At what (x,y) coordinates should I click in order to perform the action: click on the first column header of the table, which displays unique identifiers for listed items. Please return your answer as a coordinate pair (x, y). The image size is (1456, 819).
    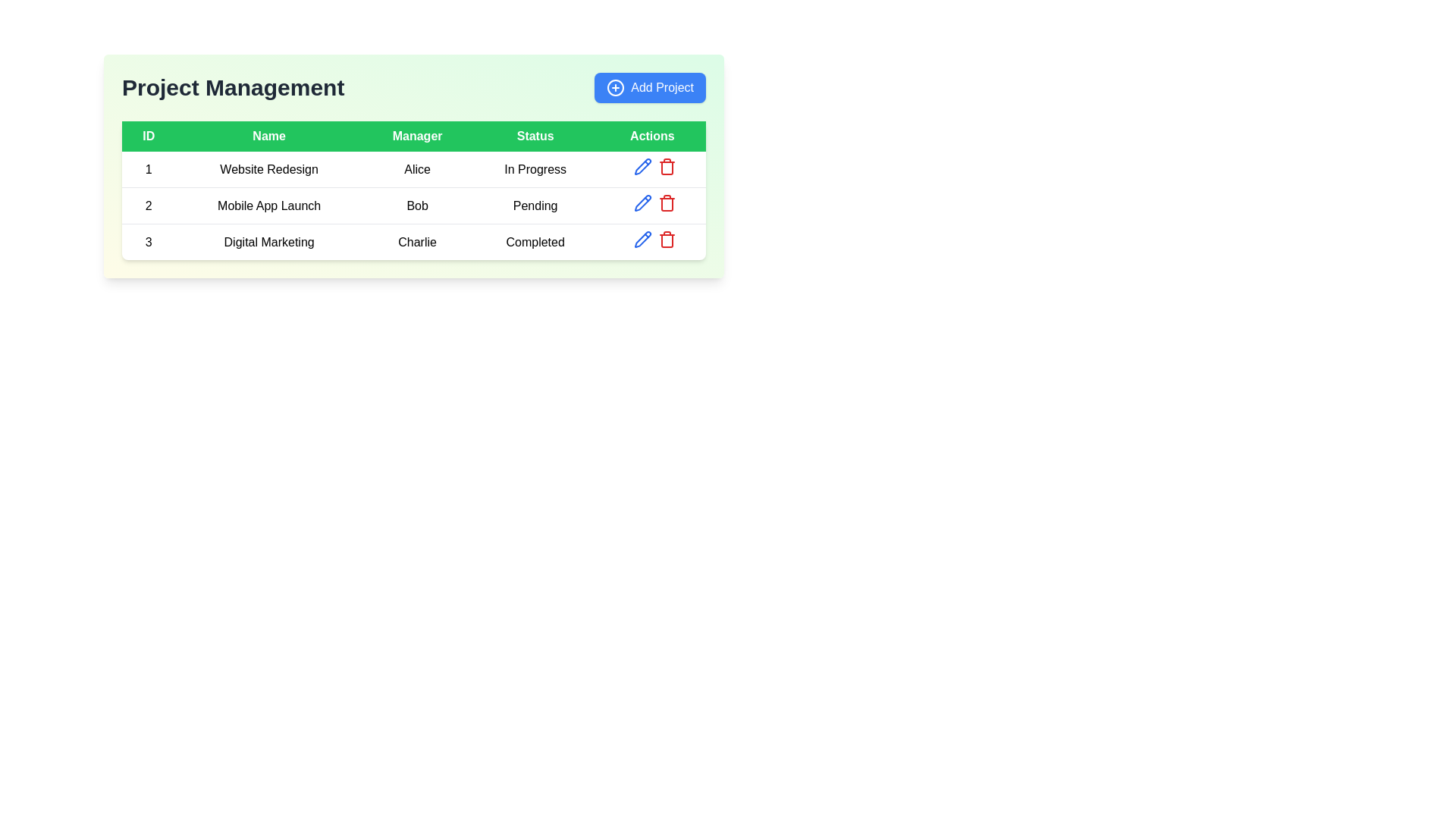
    Looking at the image, I should click on (149, 136).